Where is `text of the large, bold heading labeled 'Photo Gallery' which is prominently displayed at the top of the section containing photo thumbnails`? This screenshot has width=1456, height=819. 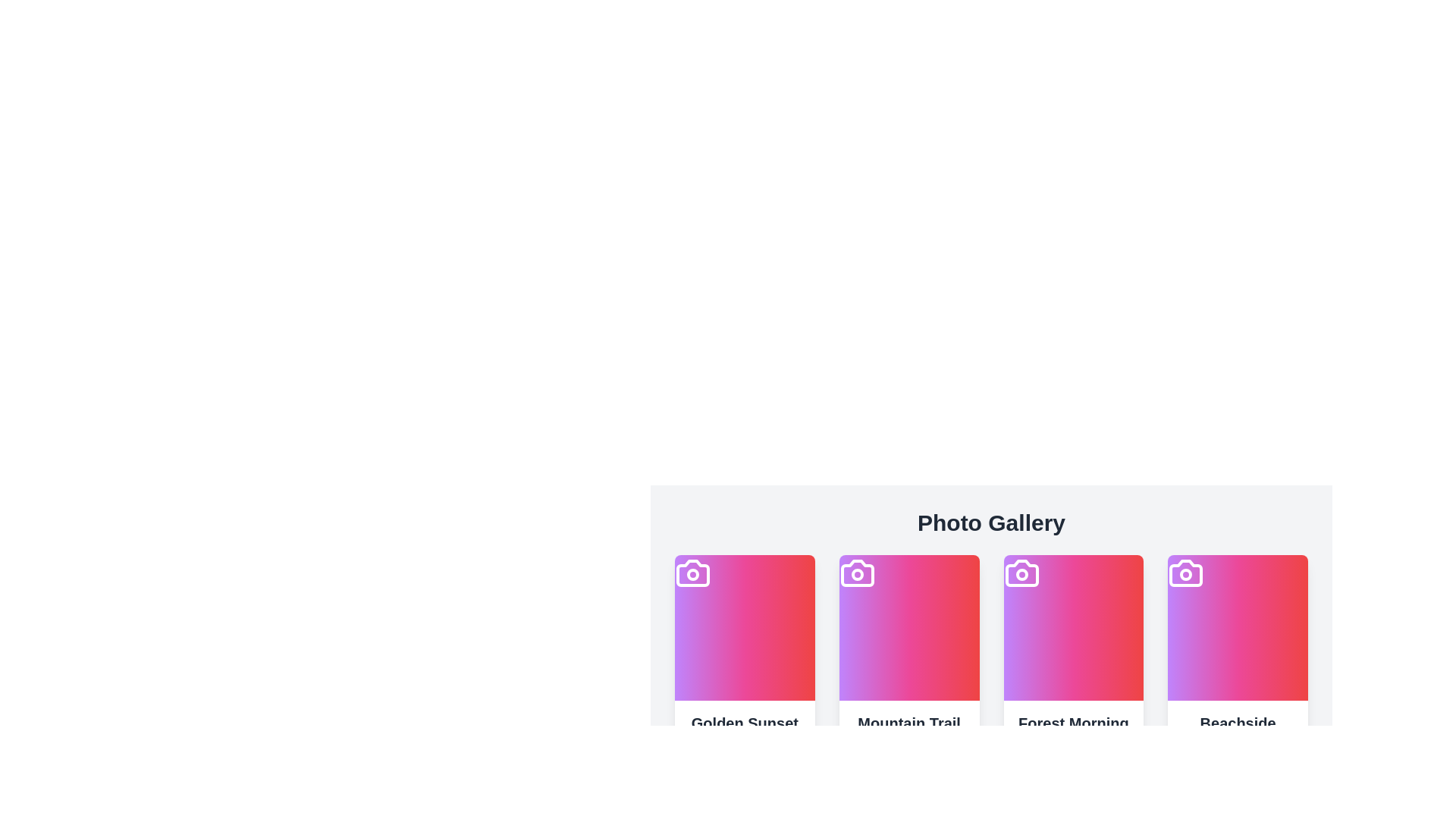
text of the large, bold heading labeled 'Photo Gallery' which is prominently displayed at the top of the section containing photo thumbnails is located at coordinates (991, 522).